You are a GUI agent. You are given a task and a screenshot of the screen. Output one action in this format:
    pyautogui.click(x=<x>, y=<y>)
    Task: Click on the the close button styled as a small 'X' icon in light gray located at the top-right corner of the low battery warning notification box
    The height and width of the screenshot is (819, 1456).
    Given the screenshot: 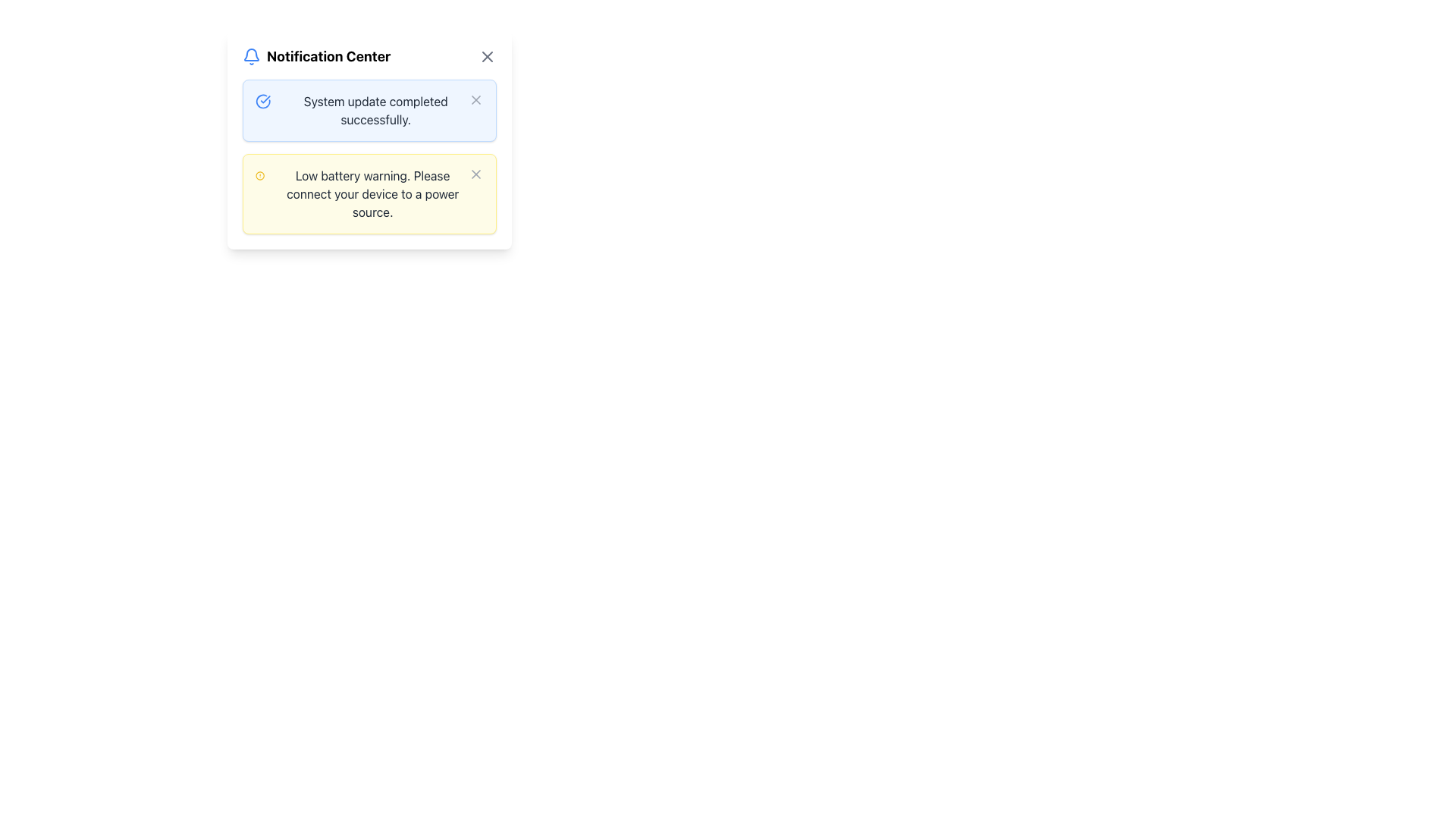 What is the action you would take?
    pyautogui.click(x=475, y=174)
    